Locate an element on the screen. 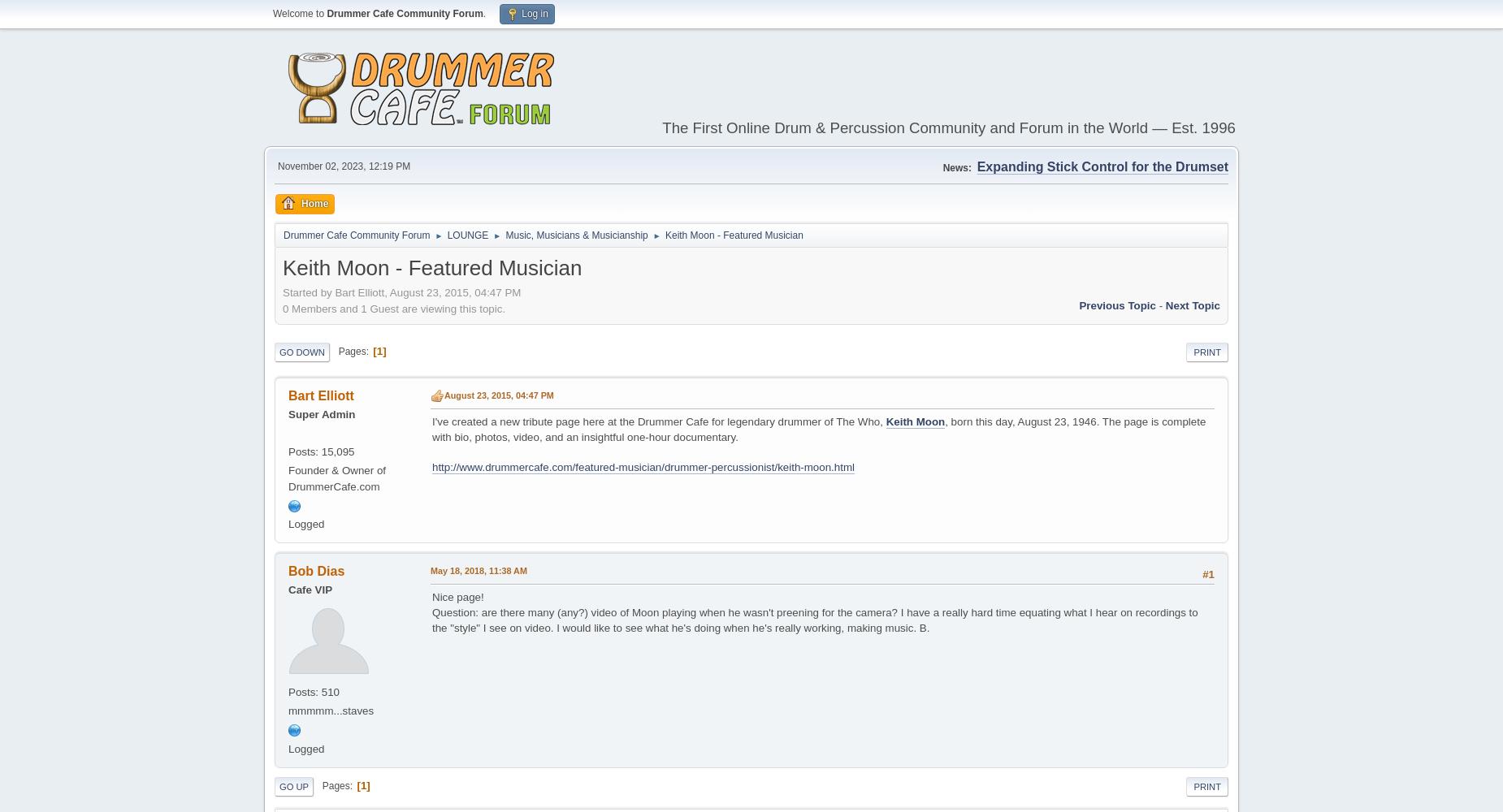 The image size is (1503, 812). 'News:' is located at coordinates (955, 166).